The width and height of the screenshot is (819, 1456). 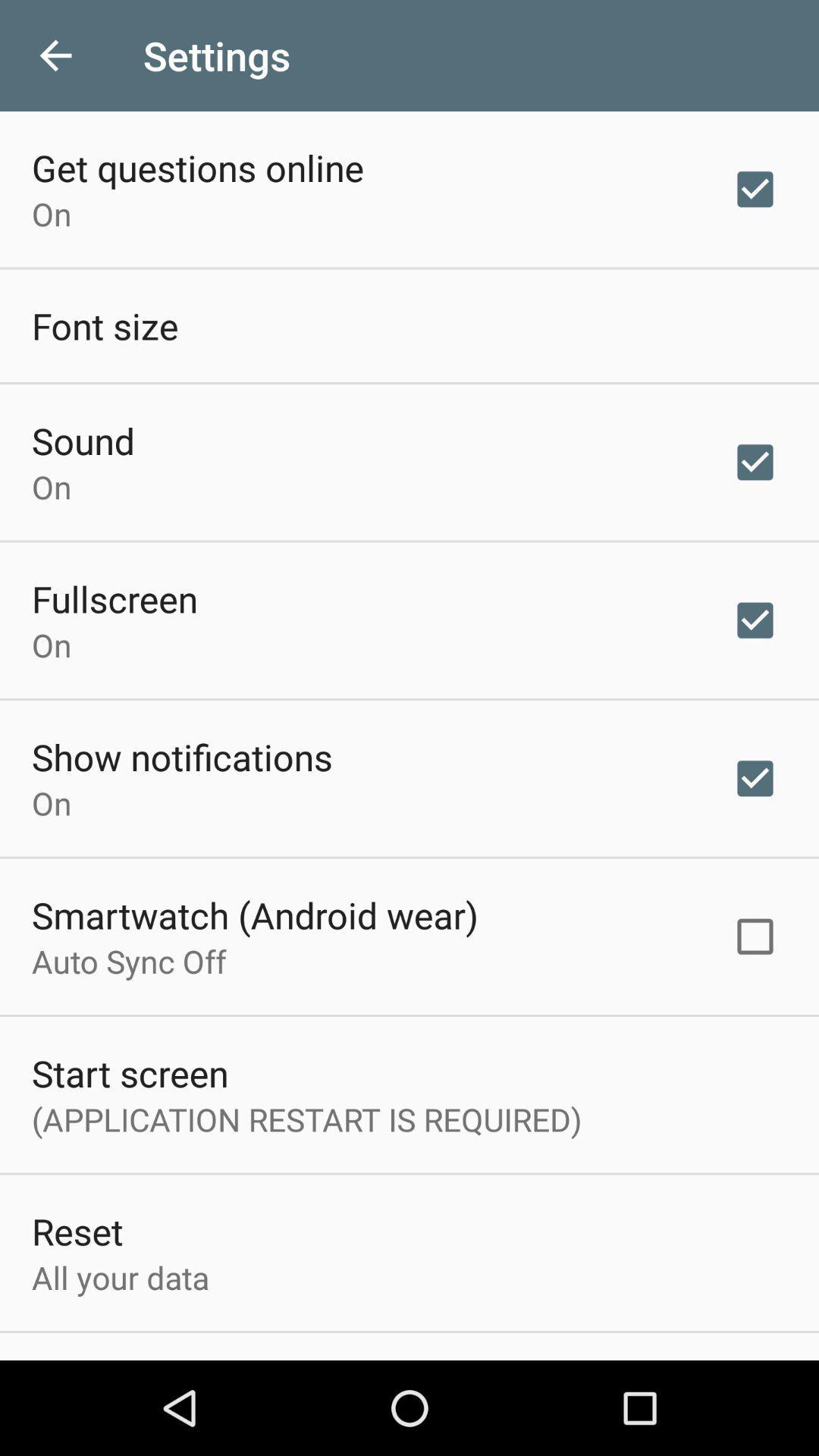 What do you see at coordinates (254, 914) in the screenshot?
I see `the icon above the auto sync off item` at bounding box center [254, 914].